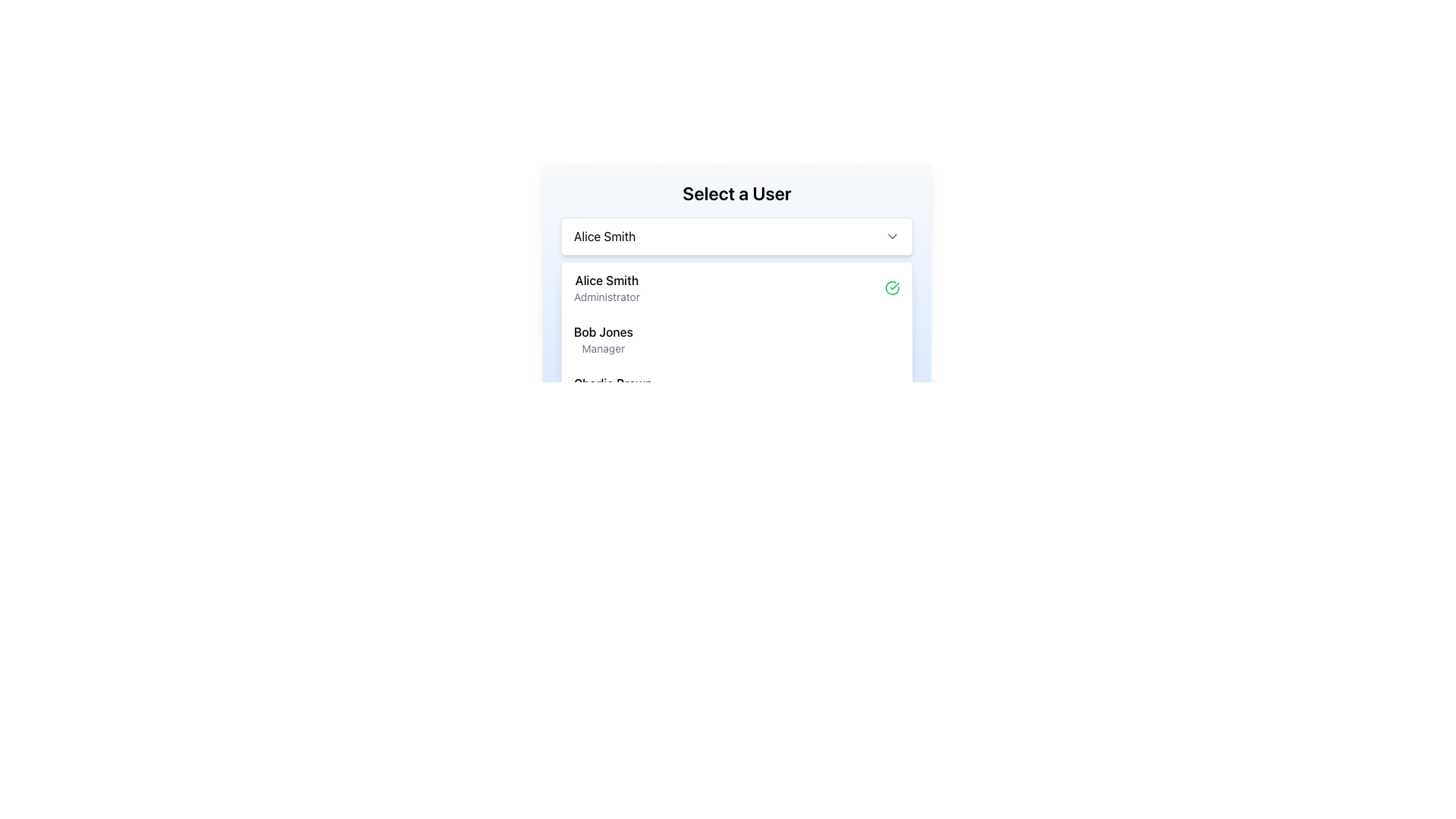 This screenshot has width=1456, height=819. Describe the element at coordinates (603, 338) in the screenshot. I see `the selectable list item representing 'Bob Jones', the 'Manager'` at that location.